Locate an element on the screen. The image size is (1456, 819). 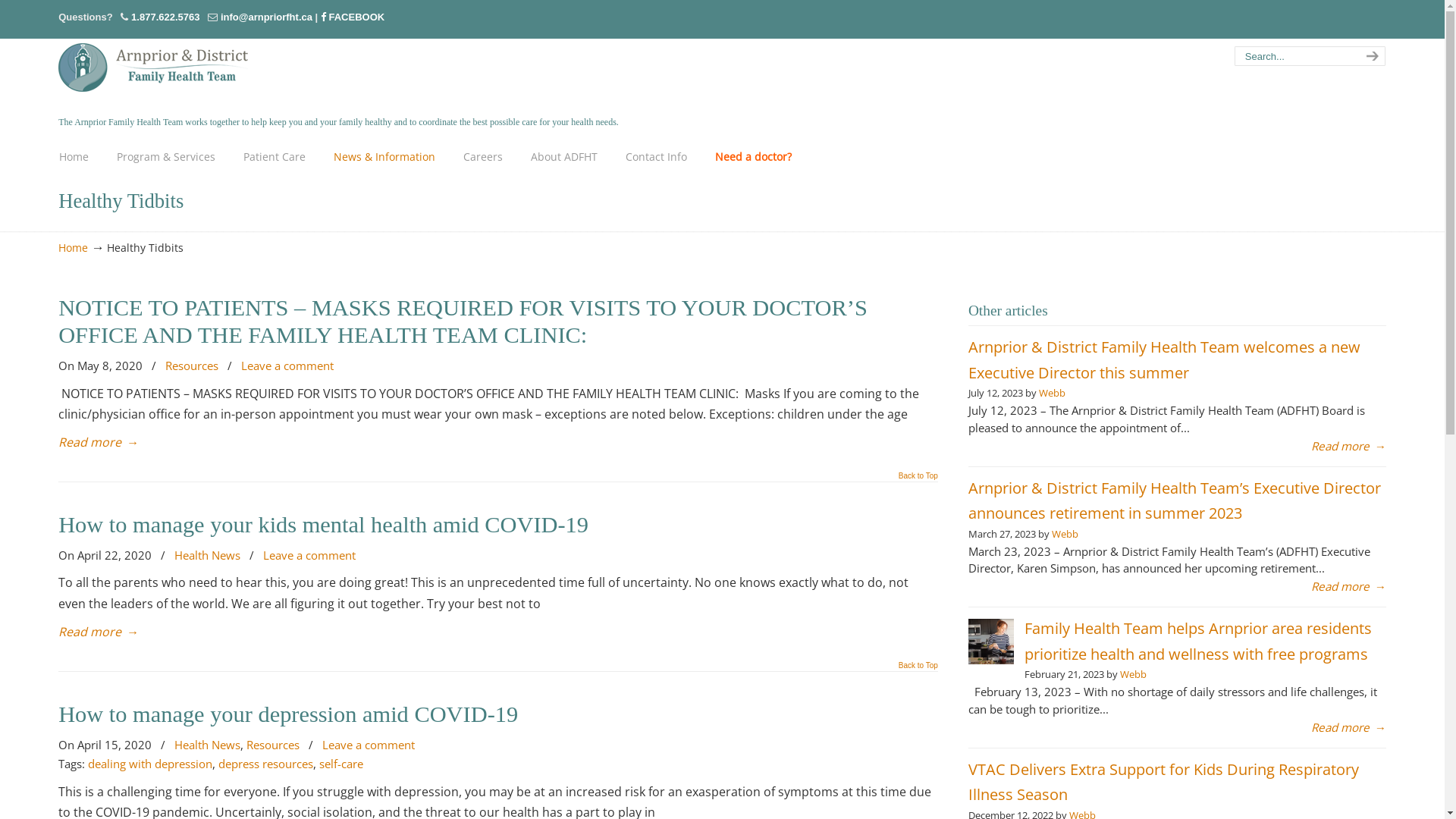
'Home' is located at coordinates (72, 246).